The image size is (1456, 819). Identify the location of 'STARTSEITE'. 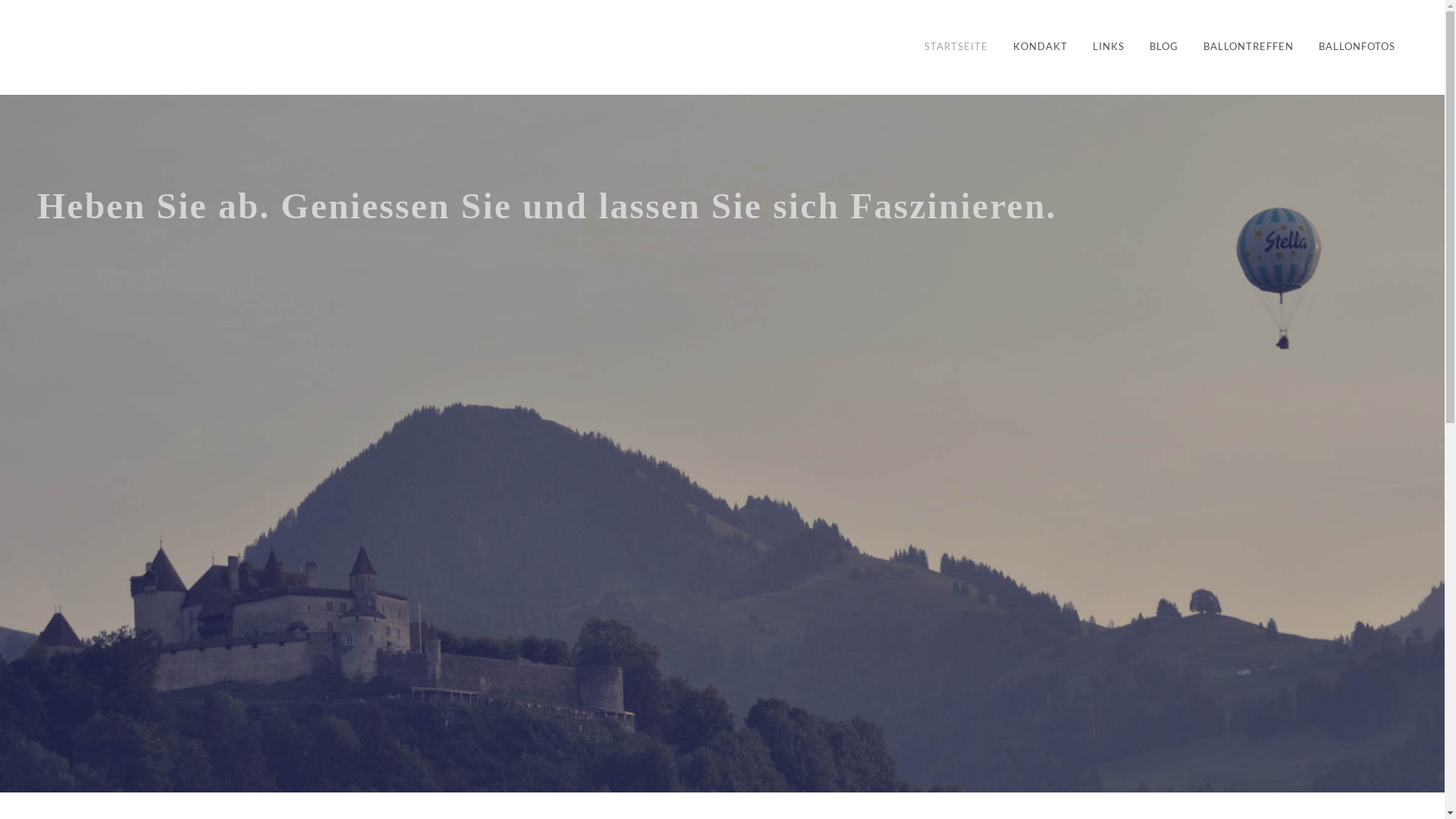
(955, 46).